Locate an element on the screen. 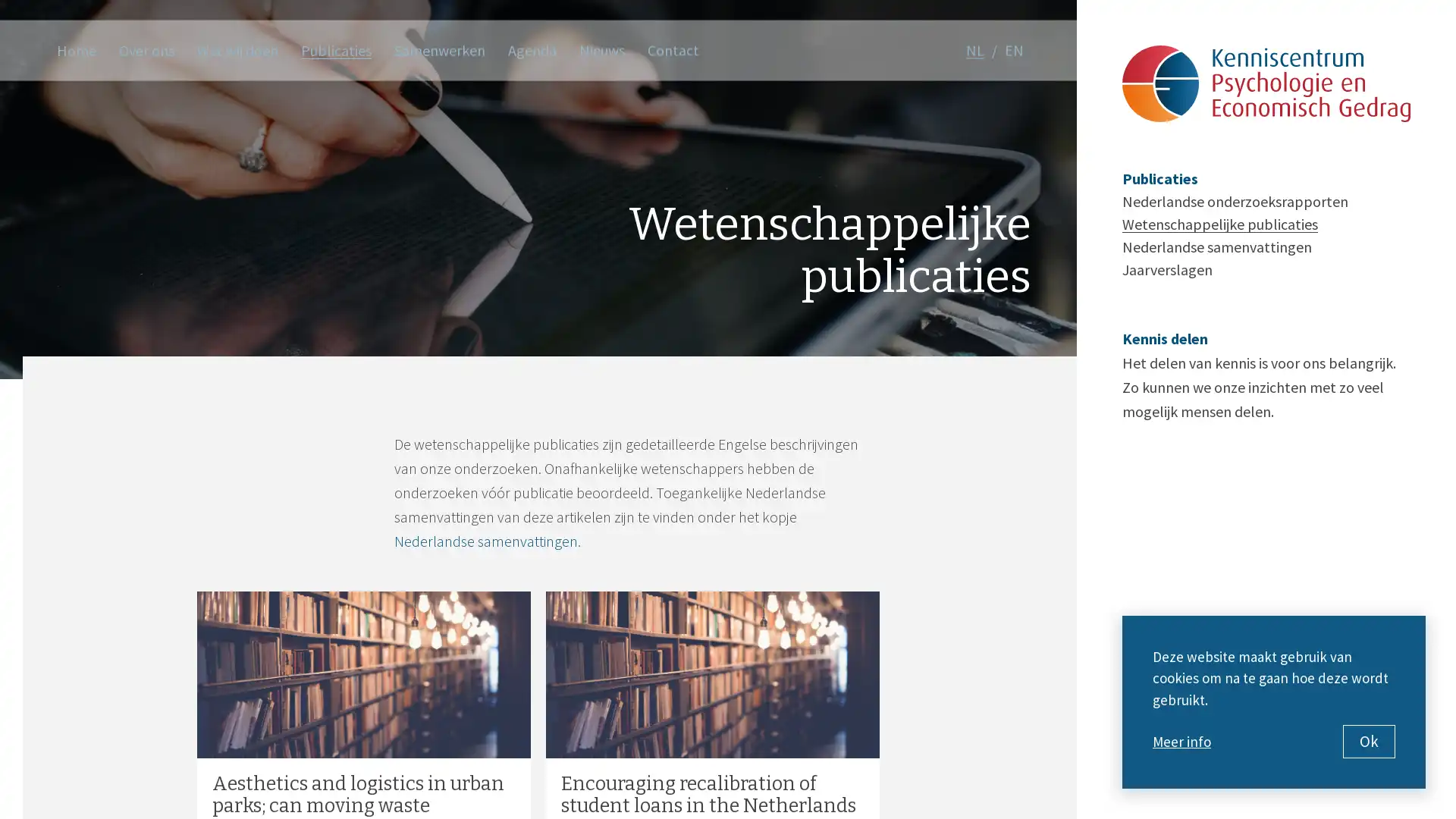 Image resolution: width=1456 pixels, height=819 pixels. Ok is located at coordinates (1369, 741).